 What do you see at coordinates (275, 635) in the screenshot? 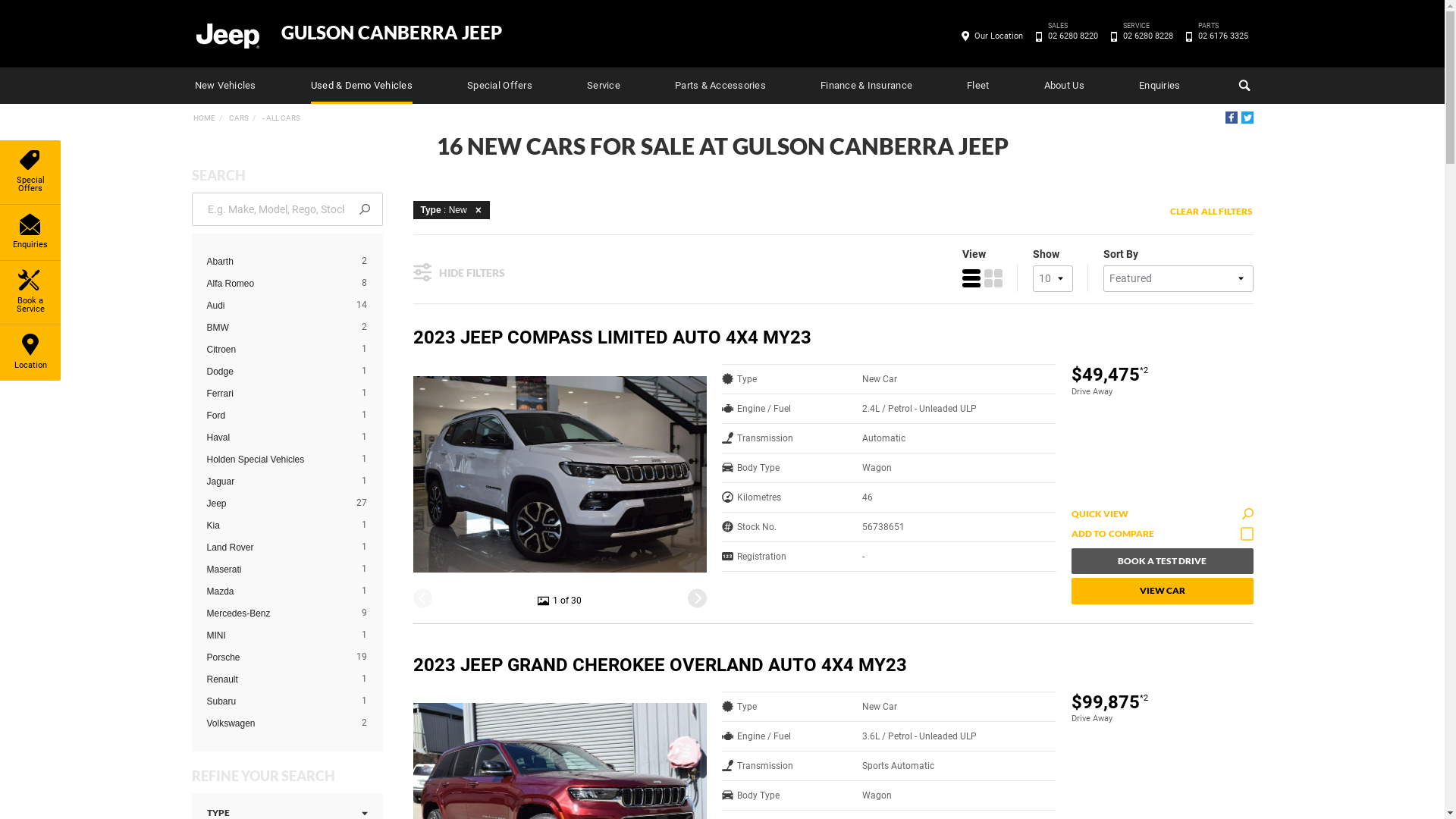
I see `'MINI'` at bounding box center [275, 635].